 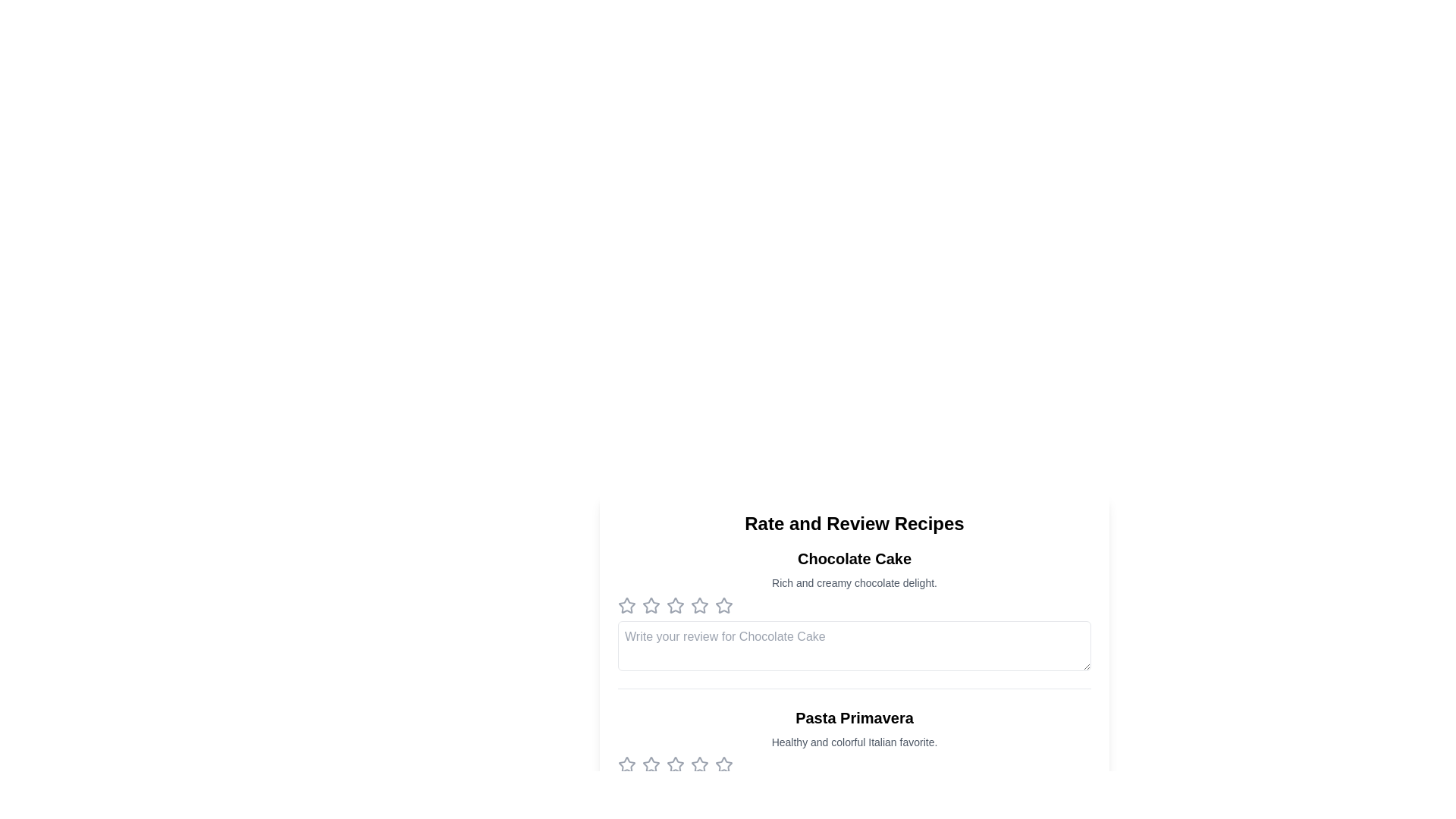 What do you see at coordinates (698, 764) in the screenshot?
I see `the fourth star icon in the second row of the rating interface for the 'Pasta Primavera' recipe` at bounding box center [698, 764].